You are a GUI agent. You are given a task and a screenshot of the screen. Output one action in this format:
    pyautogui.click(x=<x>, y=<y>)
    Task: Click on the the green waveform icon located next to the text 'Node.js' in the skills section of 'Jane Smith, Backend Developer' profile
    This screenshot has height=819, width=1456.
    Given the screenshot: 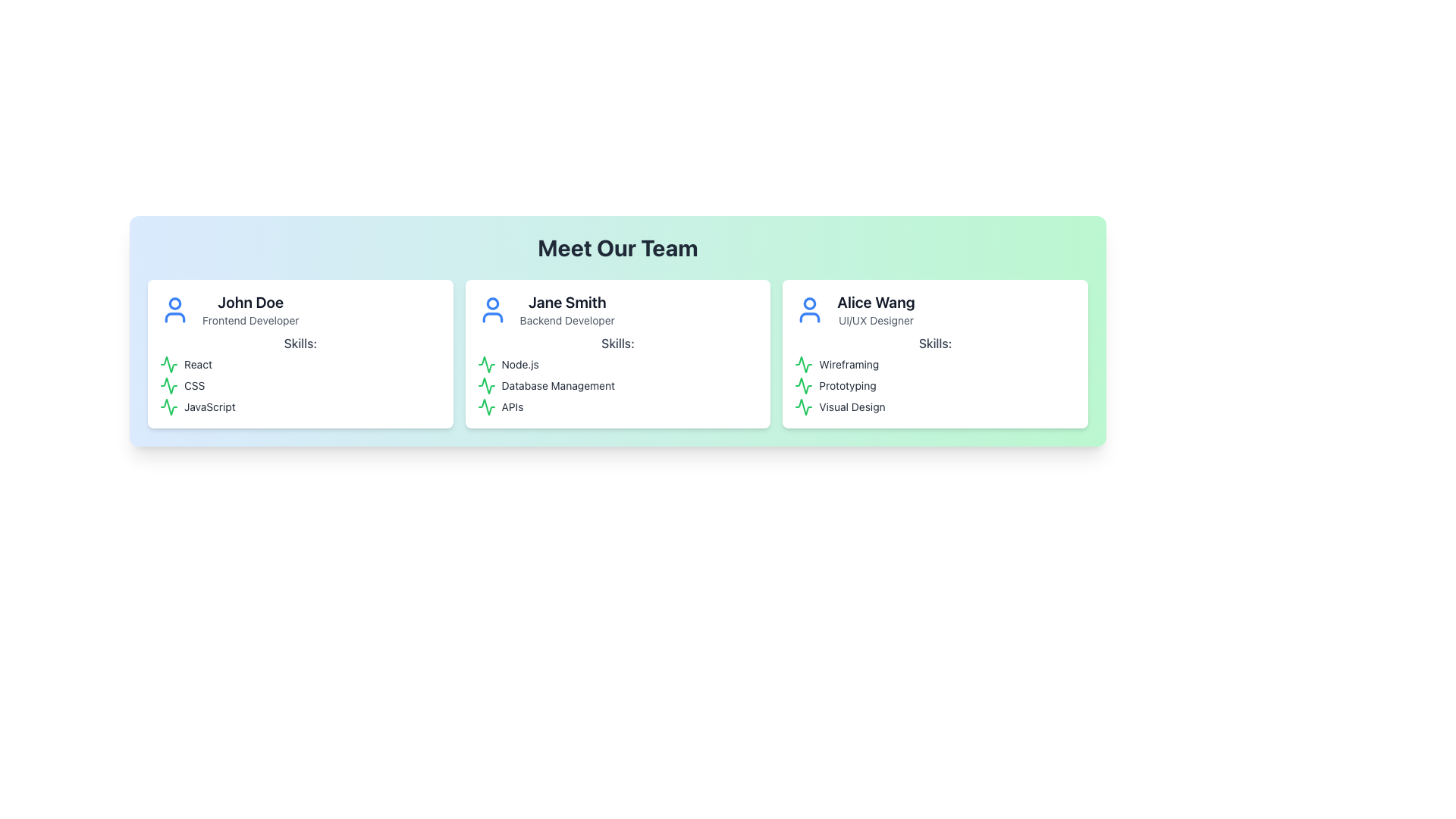 What is the action you would take?
    pyautogui.click(x=486, y=365)
    